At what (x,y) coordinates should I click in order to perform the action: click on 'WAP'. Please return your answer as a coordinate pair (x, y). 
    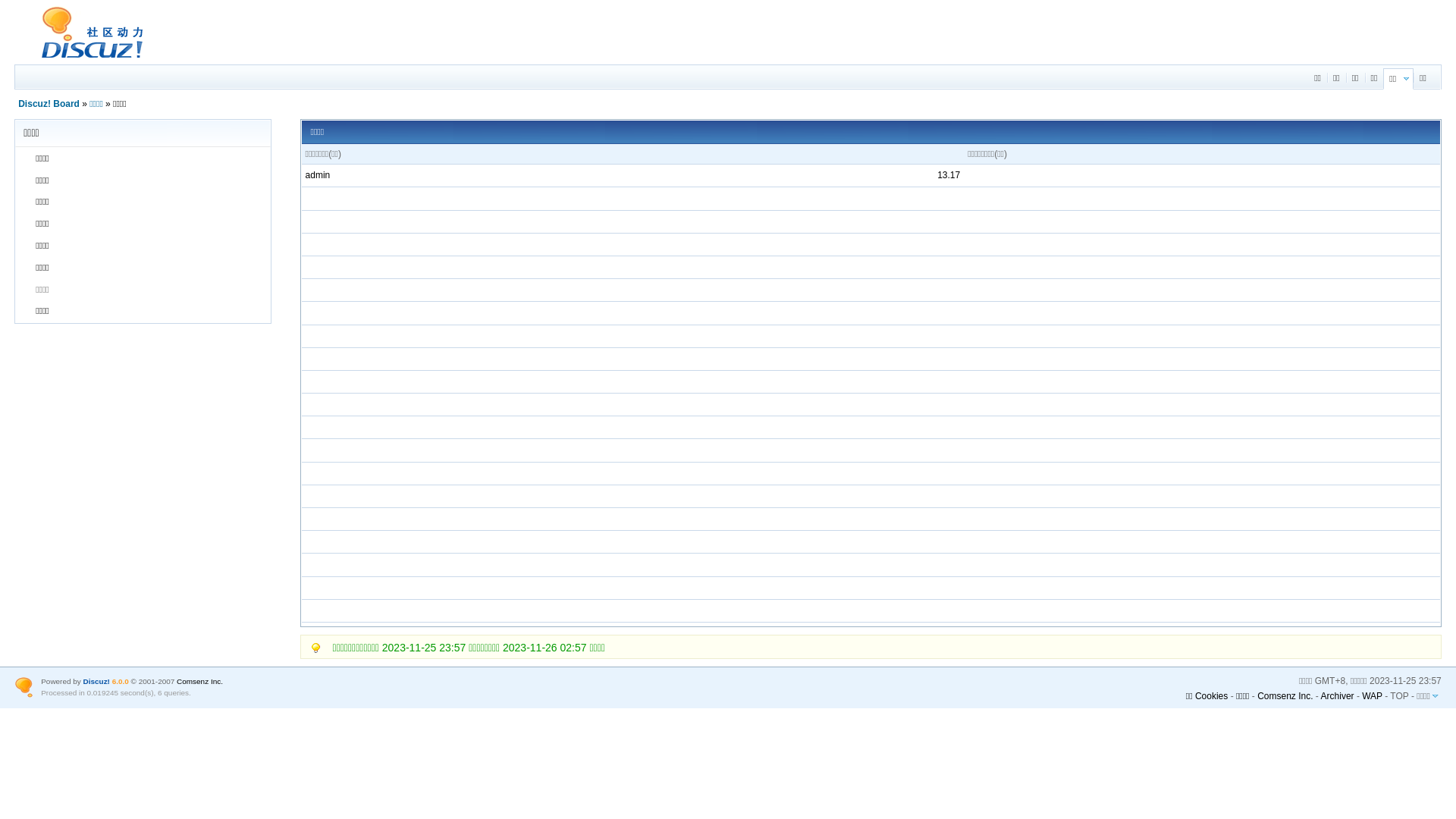
    Looking at the image, I should click on (1372, 695).